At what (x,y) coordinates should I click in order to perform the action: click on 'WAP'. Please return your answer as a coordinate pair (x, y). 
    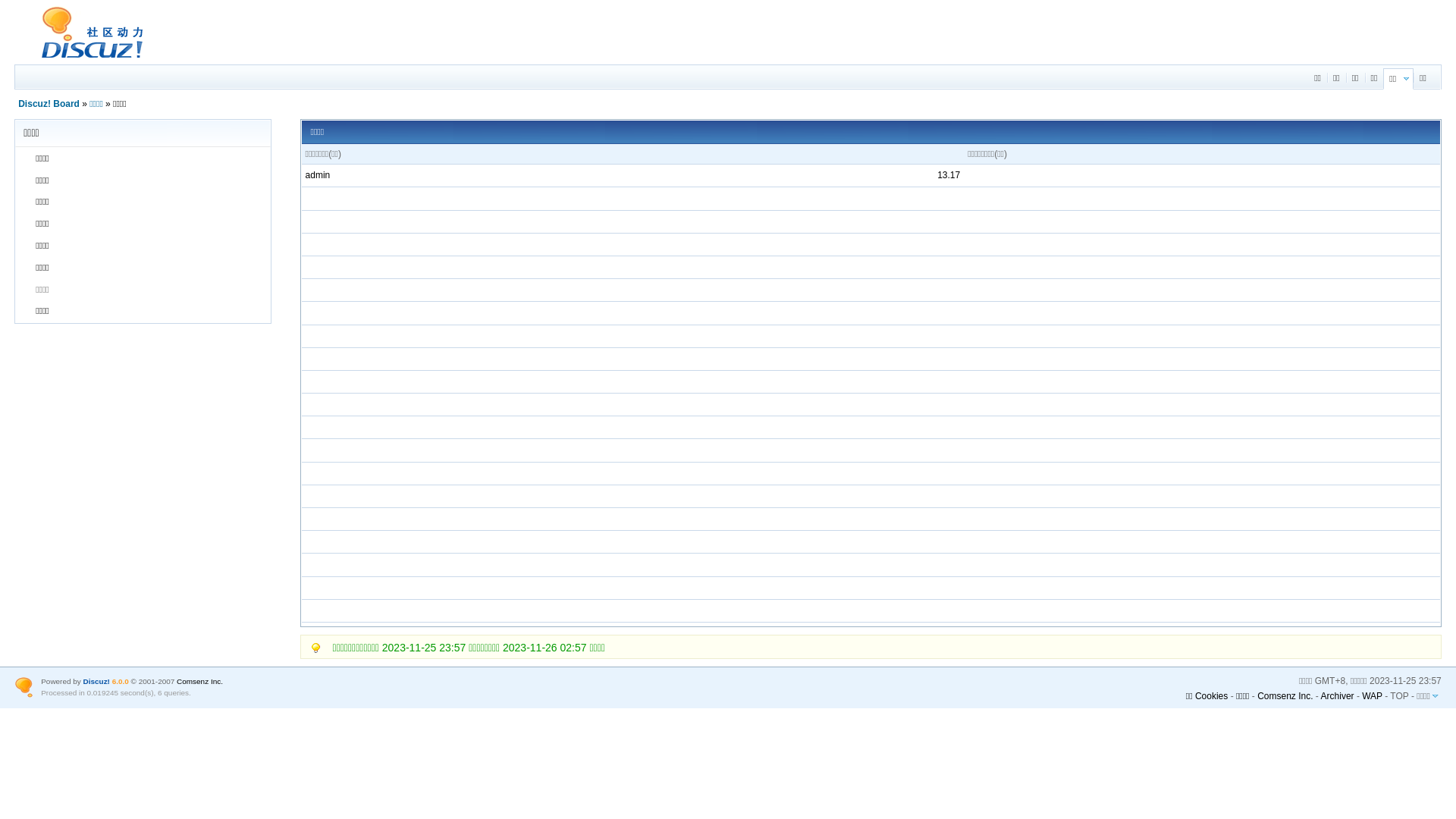
    Looking at the image, I should click on (1372, 695).